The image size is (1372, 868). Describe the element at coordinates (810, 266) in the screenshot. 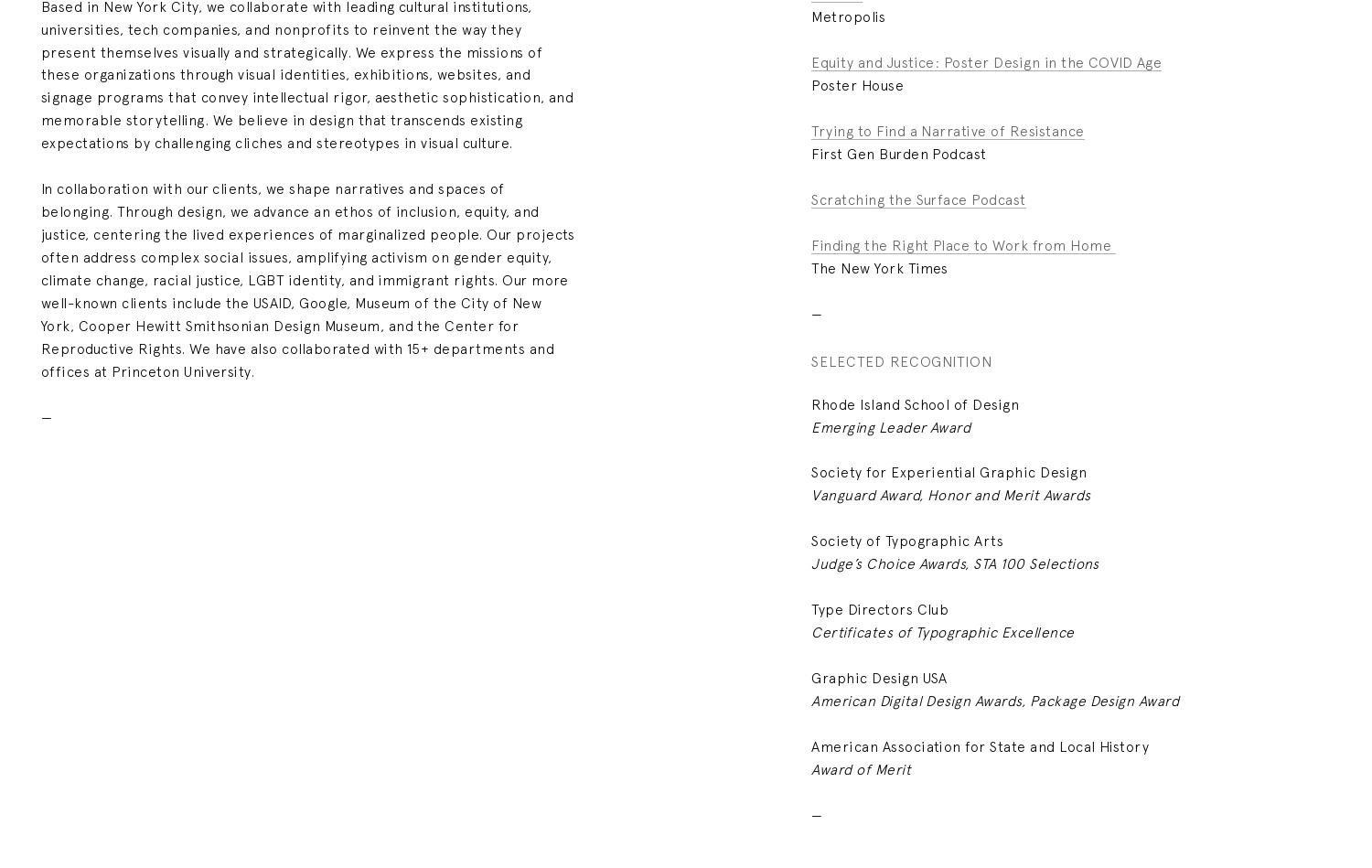

I see `'The New York Times'` at that location.